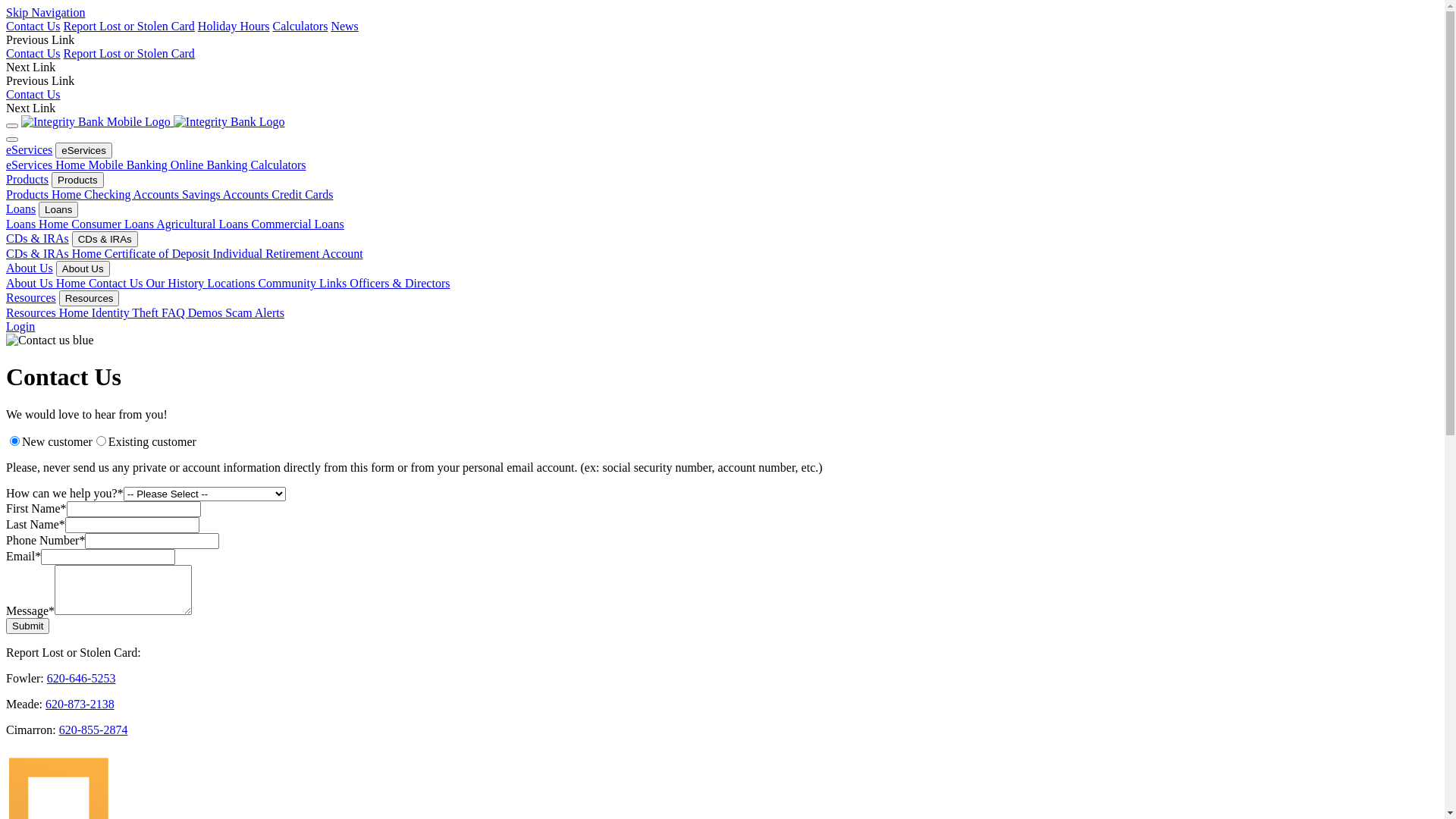 This screenshot has width=1456, height=819. I want to click on 'Resources Home', so click(49, 312).